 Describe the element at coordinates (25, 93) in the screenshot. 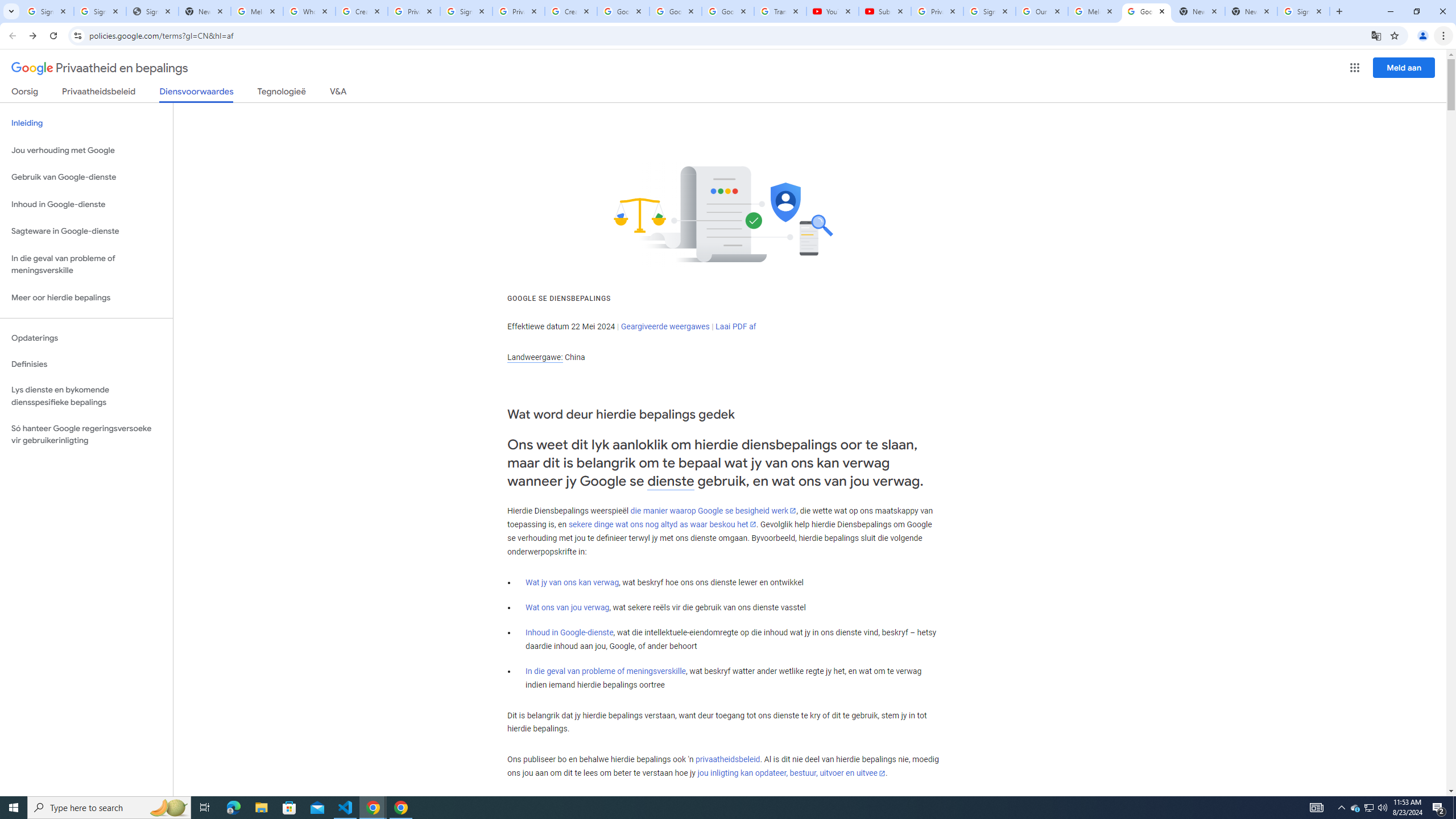

I see `'Oorsig'` at that location.